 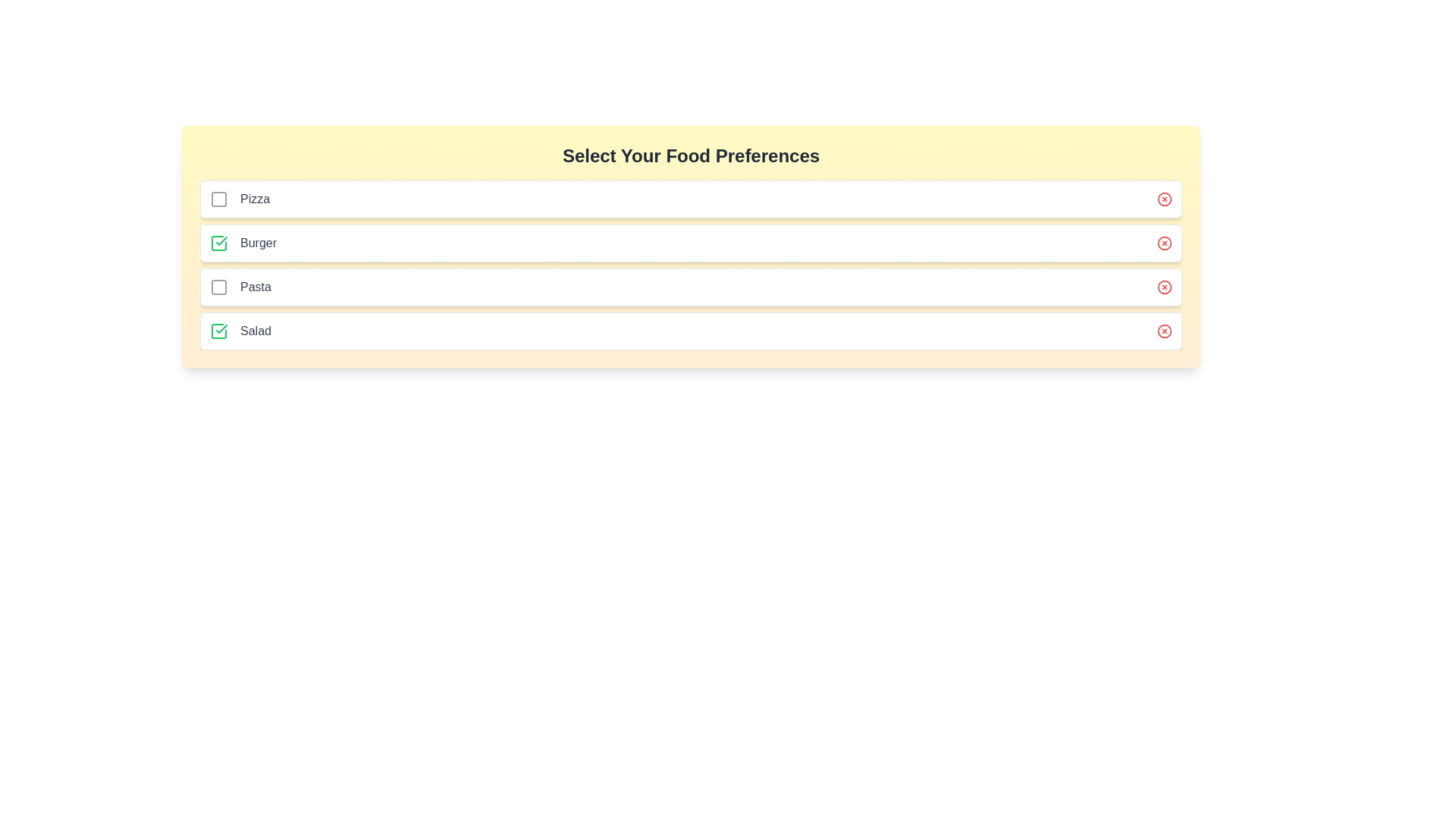 I want to click on the checkbox for 'Pasta', which is a square-shaped checkbox with a light gray border and white background, positioned adjacent to its label, so click(x=218, y=287).